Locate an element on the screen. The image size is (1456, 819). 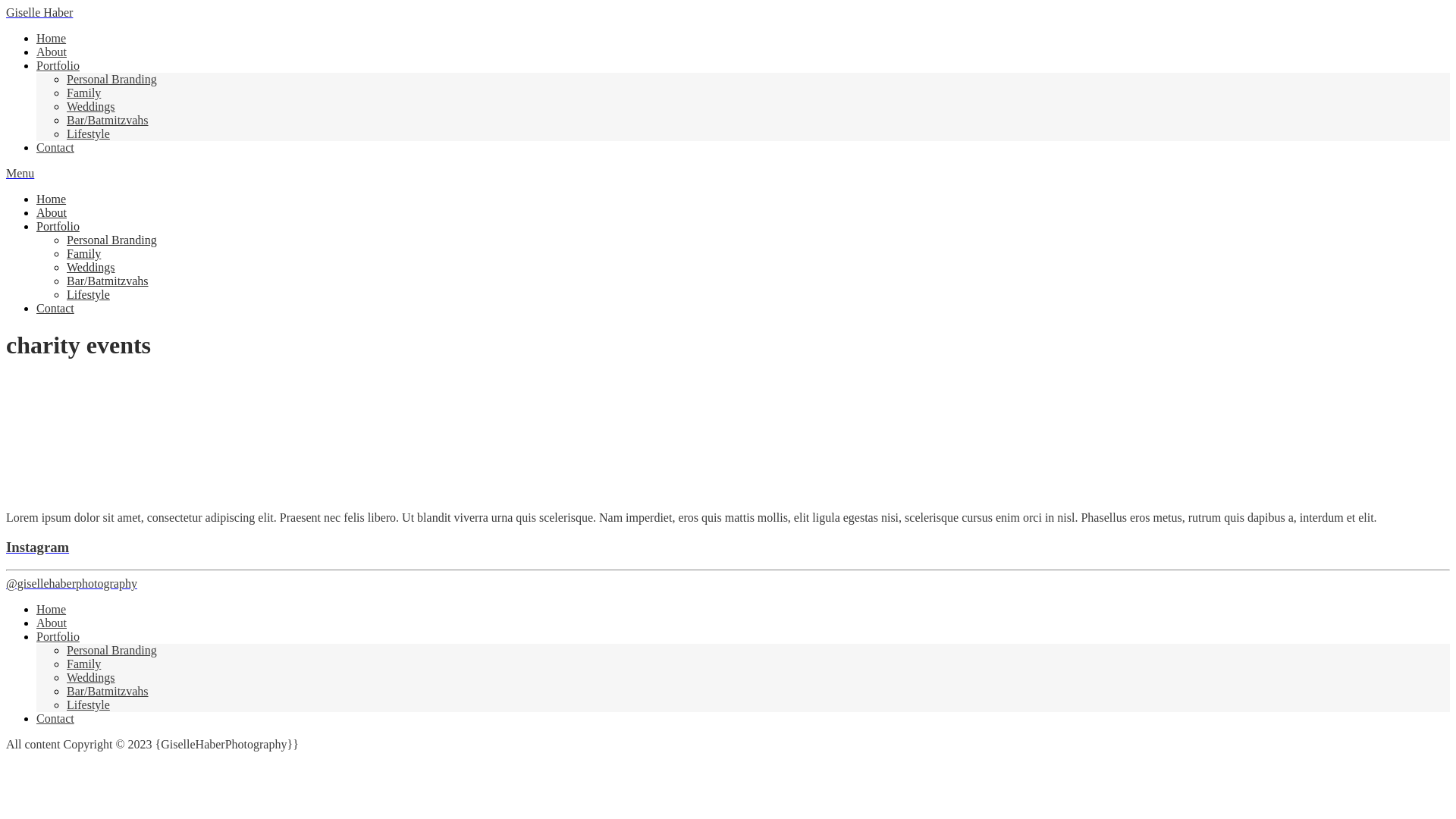
'Bar/Batmitzvahs' is located at coordinates (65, 281).